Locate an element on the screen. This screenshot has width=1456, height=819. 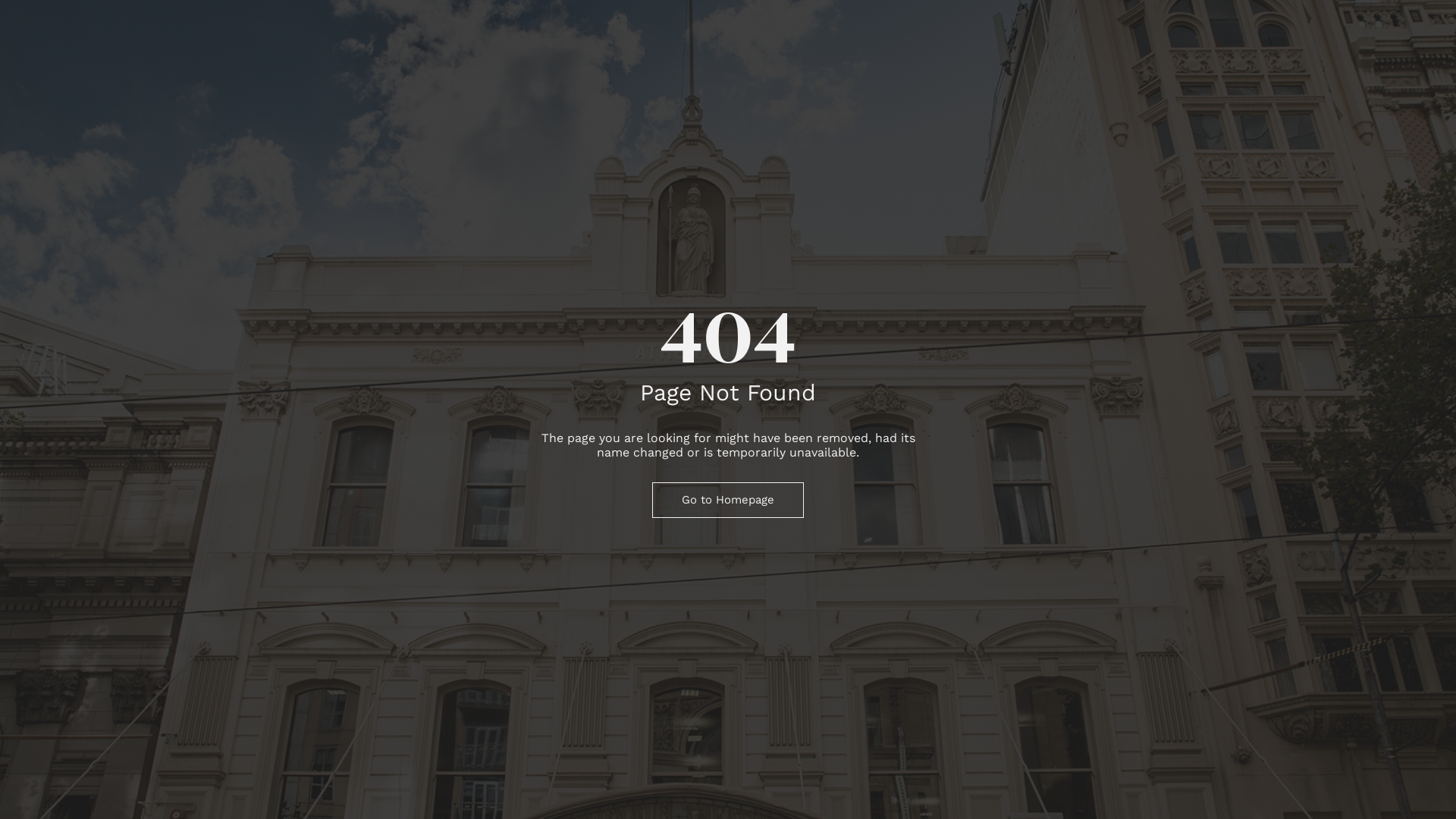
'Go to Homepage' is located at coordinates (728, 500).